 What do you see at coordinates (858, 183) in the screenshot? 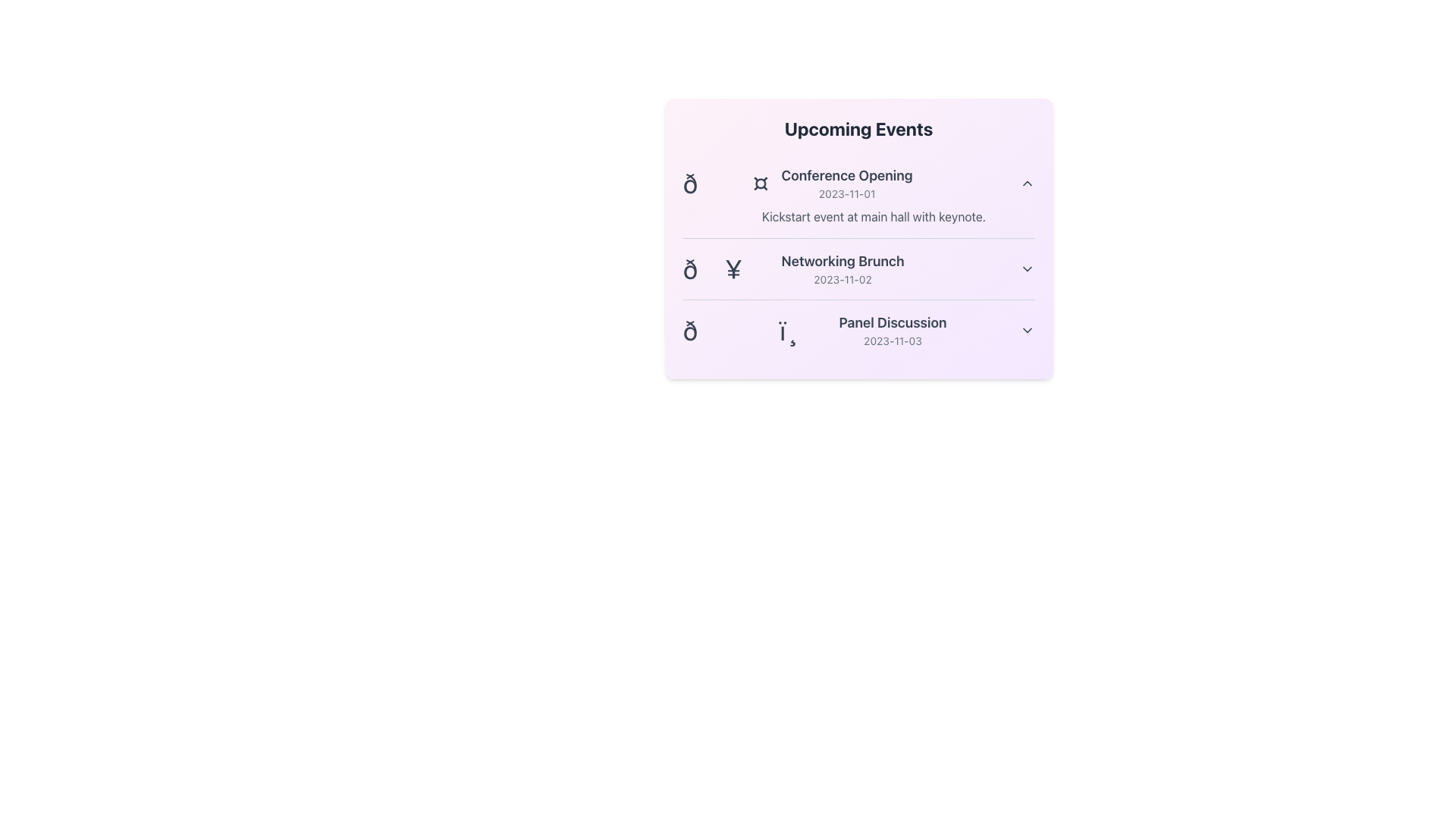
I see `the 'Conference Opening' title in the Collapsible Section Header` at bounding box center [858, 183].